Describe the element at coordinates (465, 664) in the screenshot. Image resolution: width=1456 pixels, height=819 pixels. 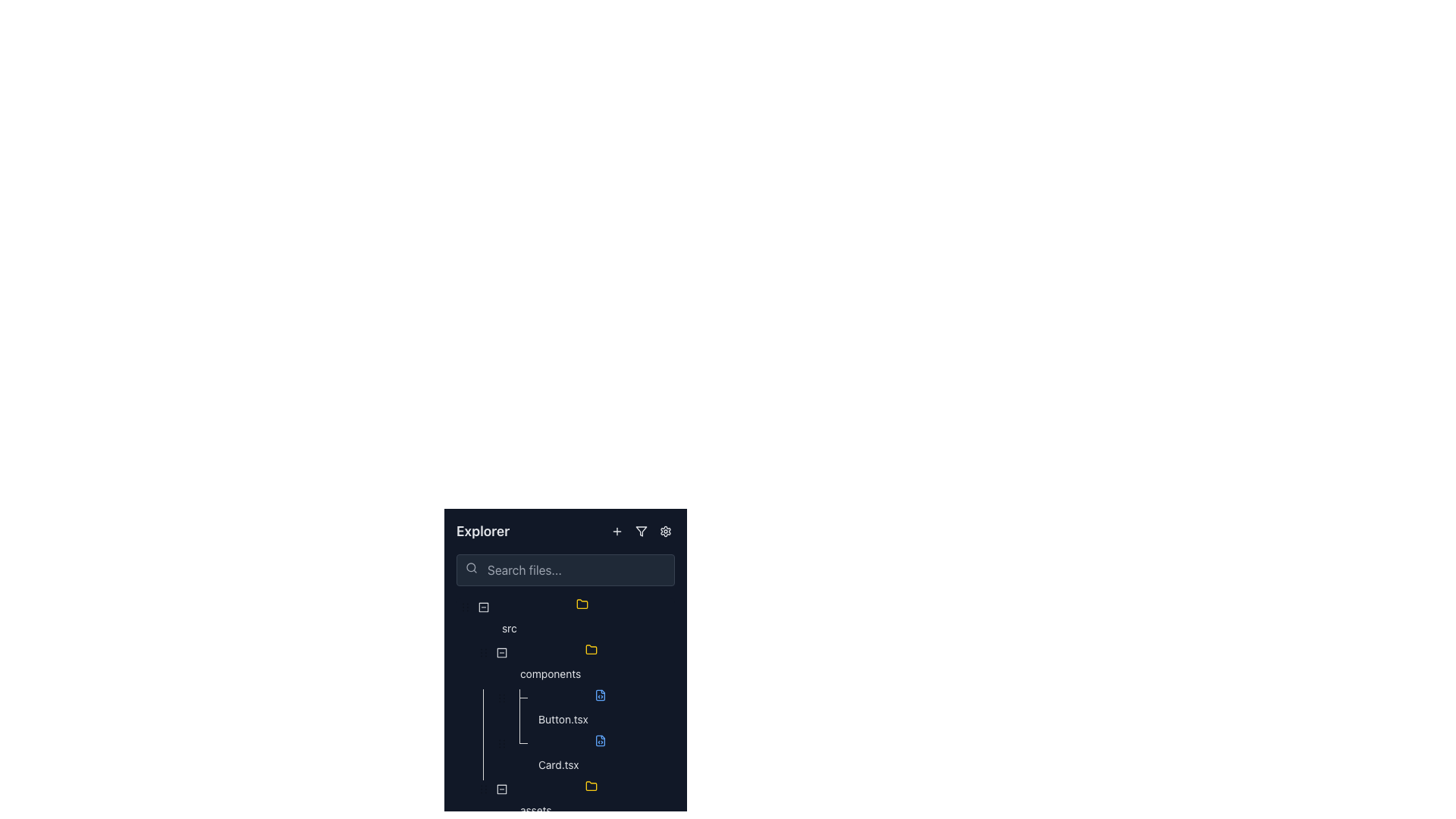
I see `the small vertical indentation or spacer element that visually separates levels in the 'components' tree node of the directory tree structure` at that location.